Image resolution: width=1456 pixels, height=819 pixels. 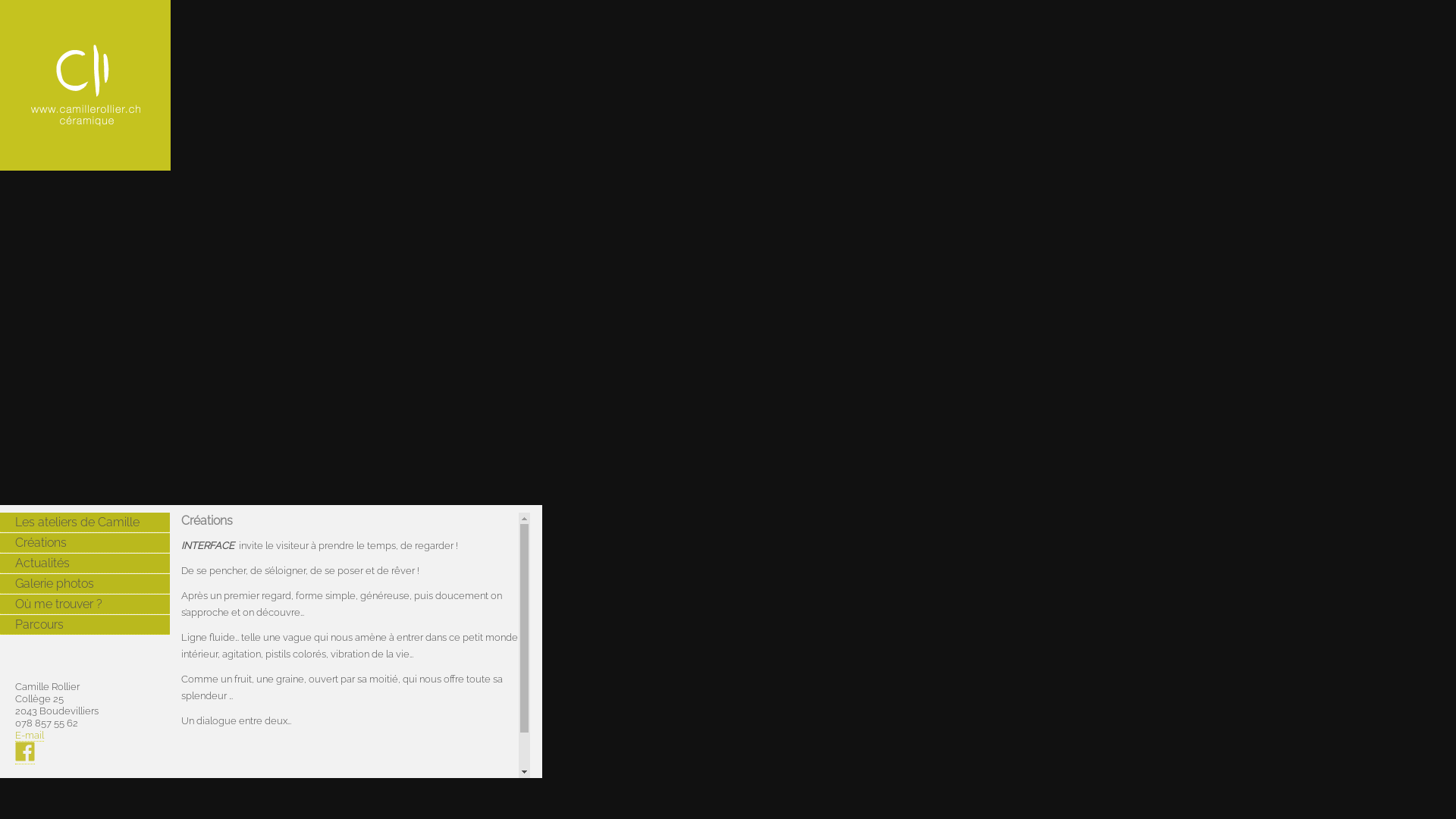 I want to click on 'E-mail', so click(x=29, y=734).